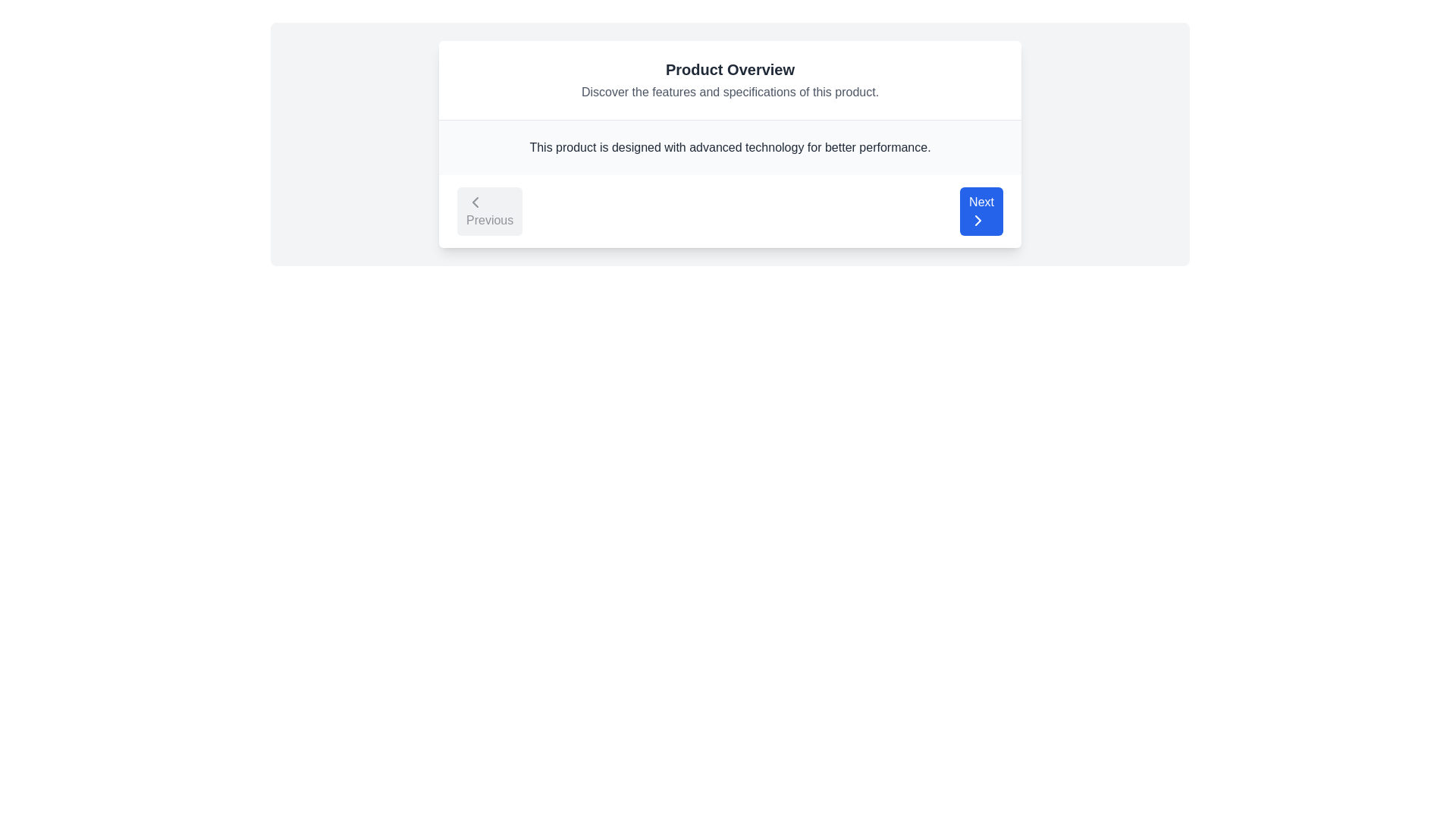 Image resolution: width=1456 pixels, height=819 pixels. I want to click on the 'back' icon located within the 'Previous' button at the bottom left of the content card, so click(475, 201).